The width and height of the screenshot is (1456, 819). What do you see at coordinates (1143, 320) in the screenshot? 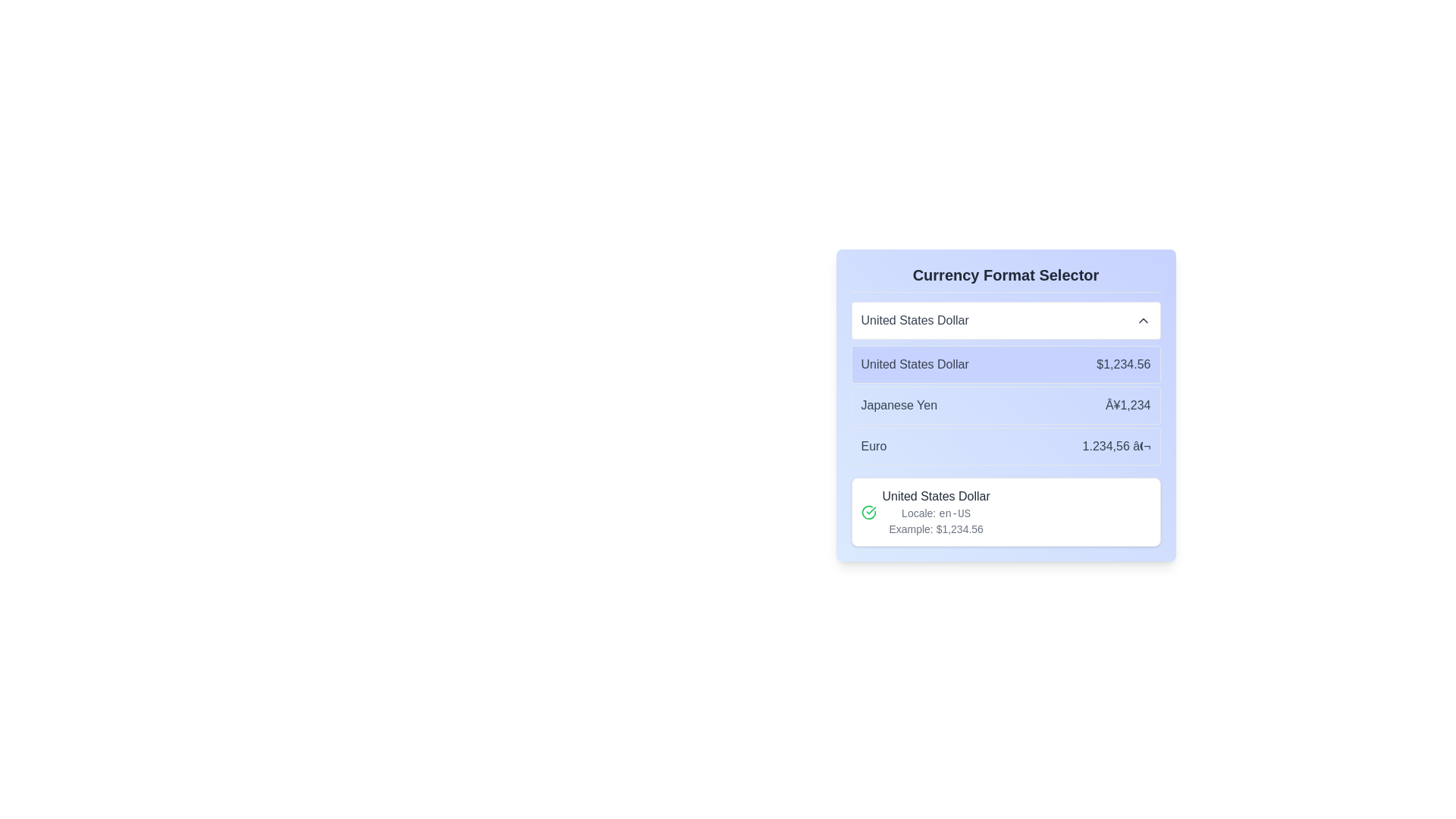
I see `the SVG icon in the top-right corner of the 'United States Dollar' dropdown menu, which indicates the dropdown can be expanded` at bounding box center [1143, 320].